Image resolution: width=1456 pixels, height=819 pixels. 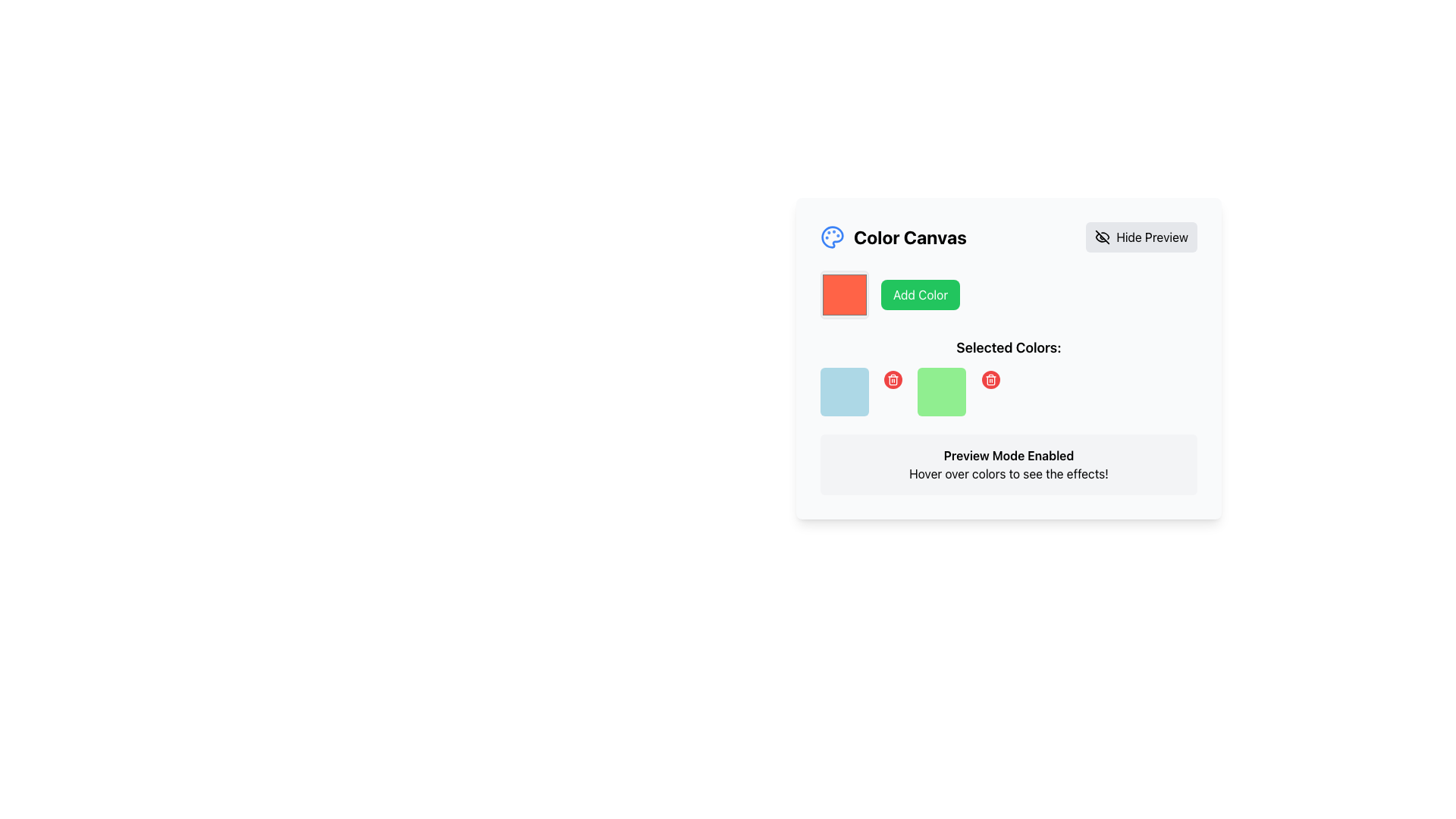 I want to click on the interactive grid element displaying selected color options, specifically targeting the colored squares and their associated trash buttons, so click(x=1009, y=391).